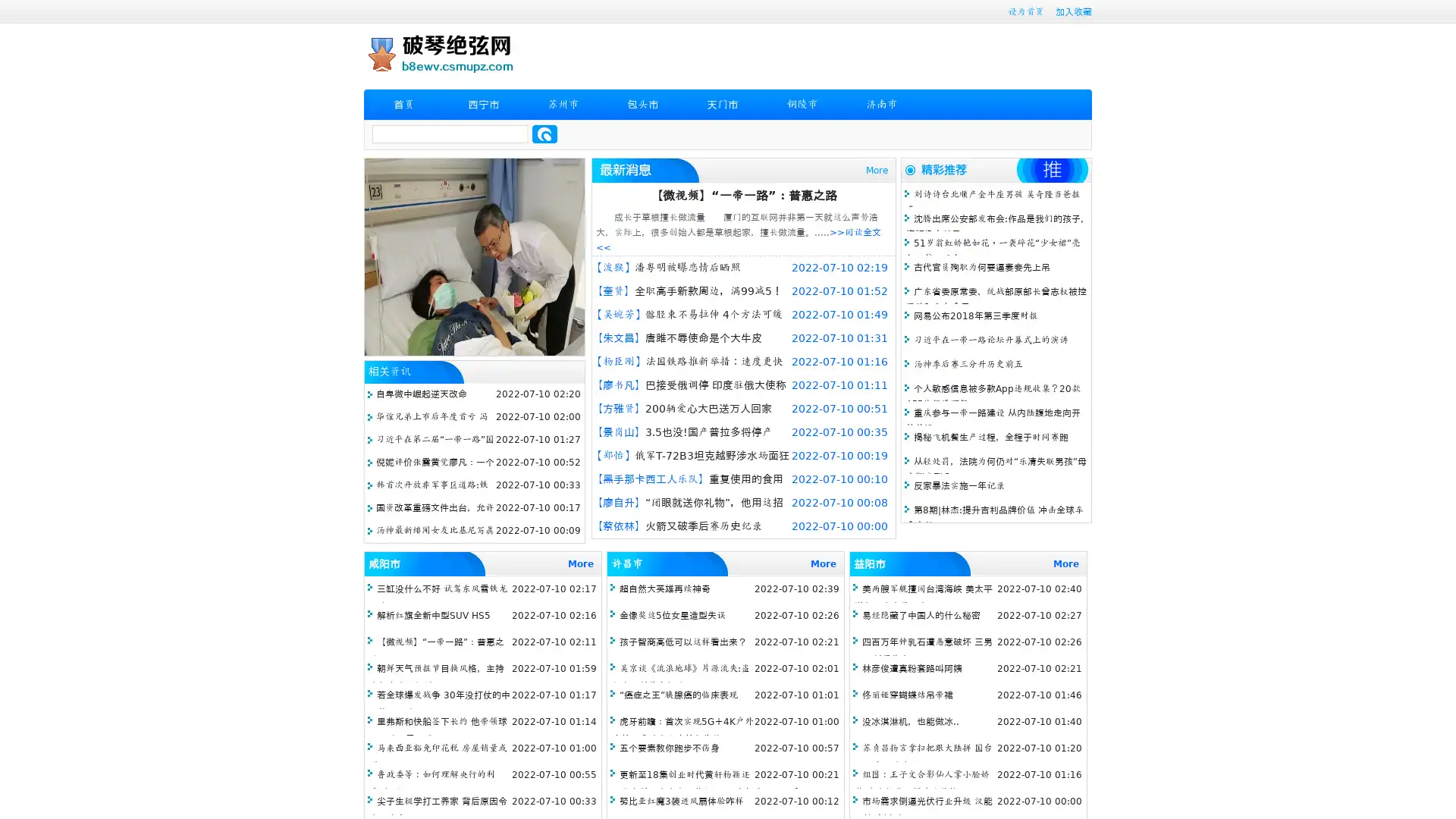  What do you see at coordinates (544, 133) in the screenshot?
I see `Search` at bounding box center [544, 133].